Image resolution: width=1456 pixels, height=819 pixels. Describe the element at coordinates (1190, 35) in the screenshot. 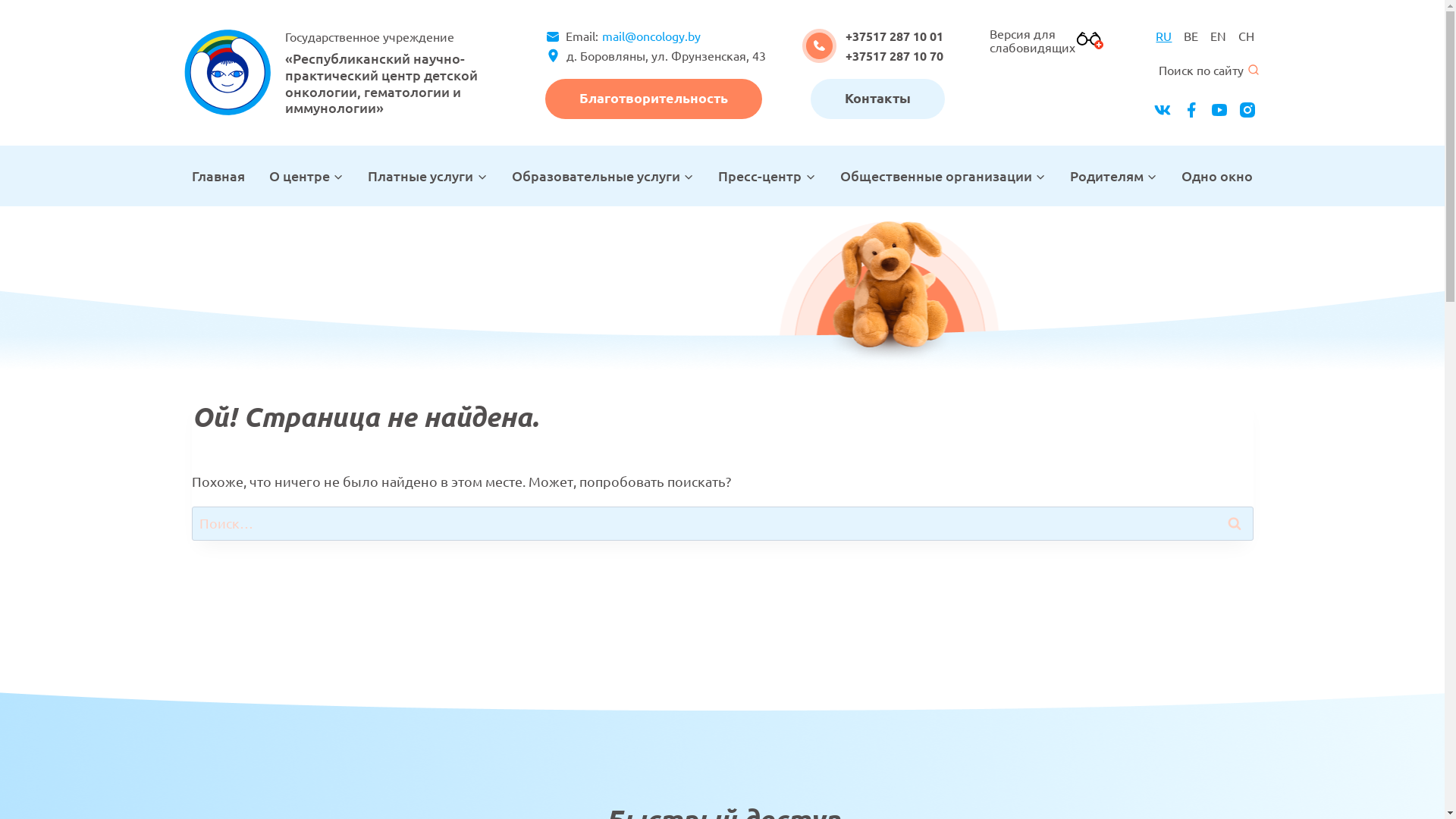

I see `'BE'` at that location.